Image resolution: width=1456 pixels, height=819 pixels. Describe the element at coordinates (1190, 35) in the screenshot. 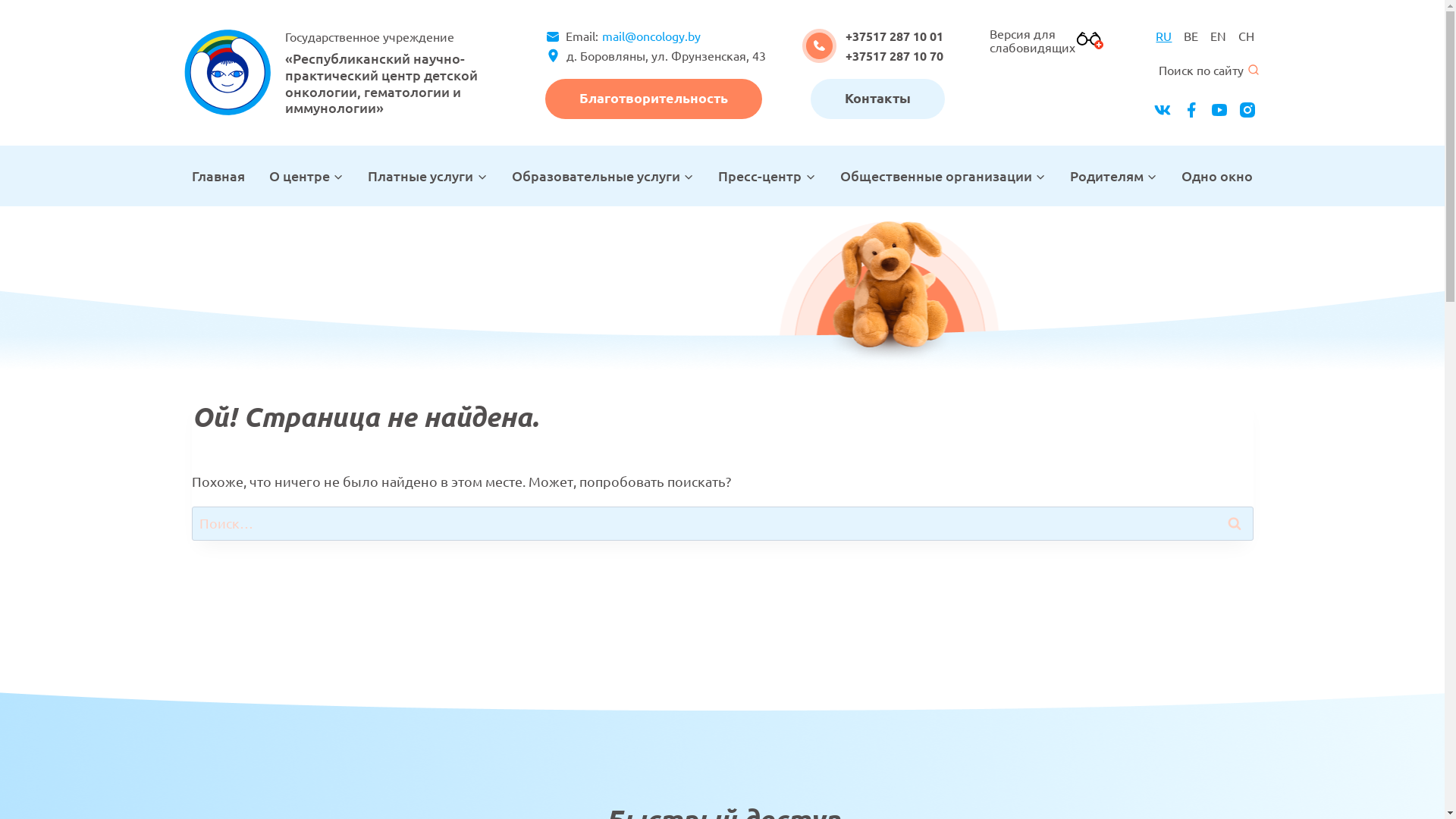

I see `'BE'` at that location.